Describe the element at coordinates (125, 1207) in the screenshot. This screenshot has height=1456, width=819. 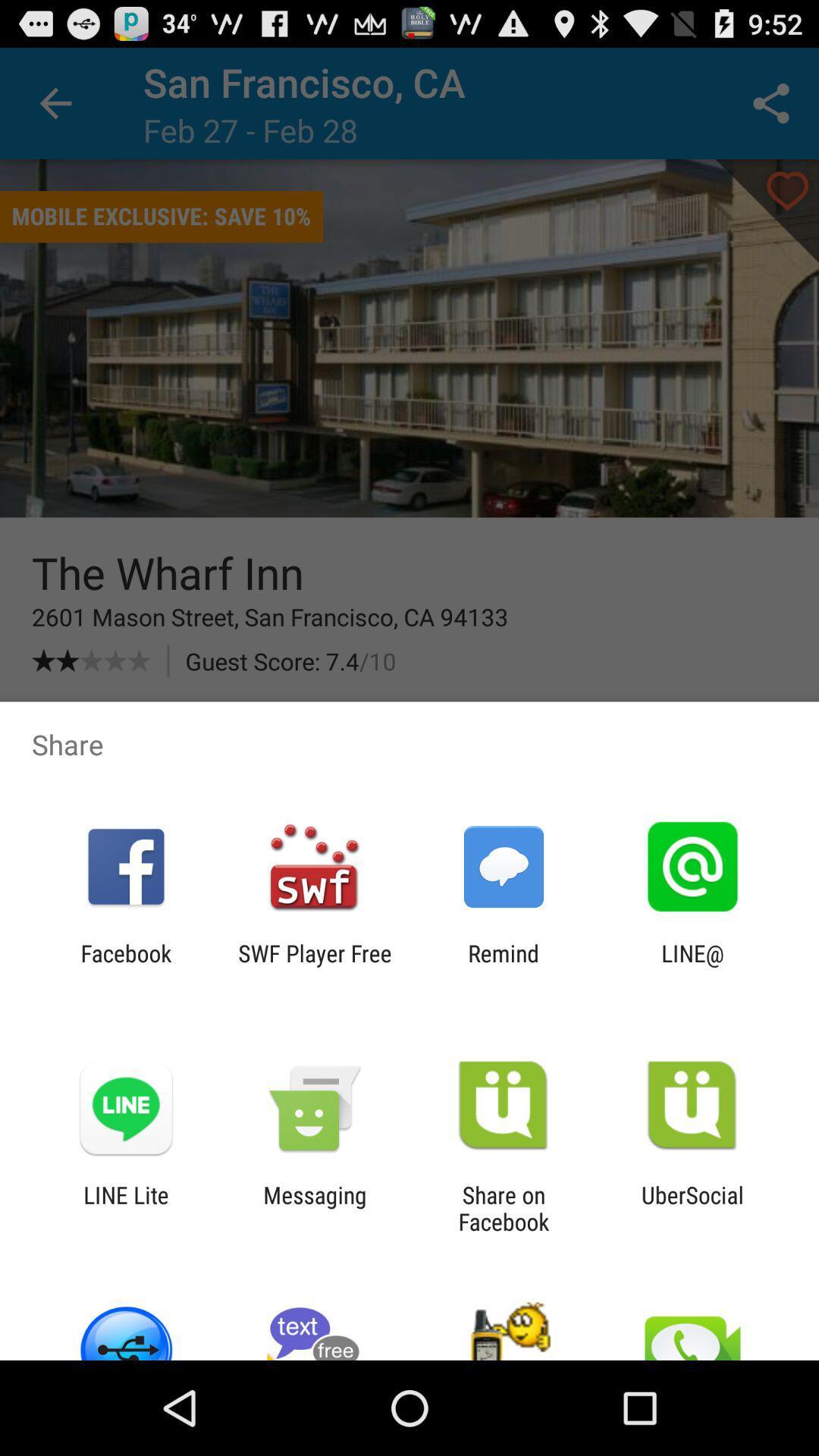
I see `icon next to messaging icon` at that location.